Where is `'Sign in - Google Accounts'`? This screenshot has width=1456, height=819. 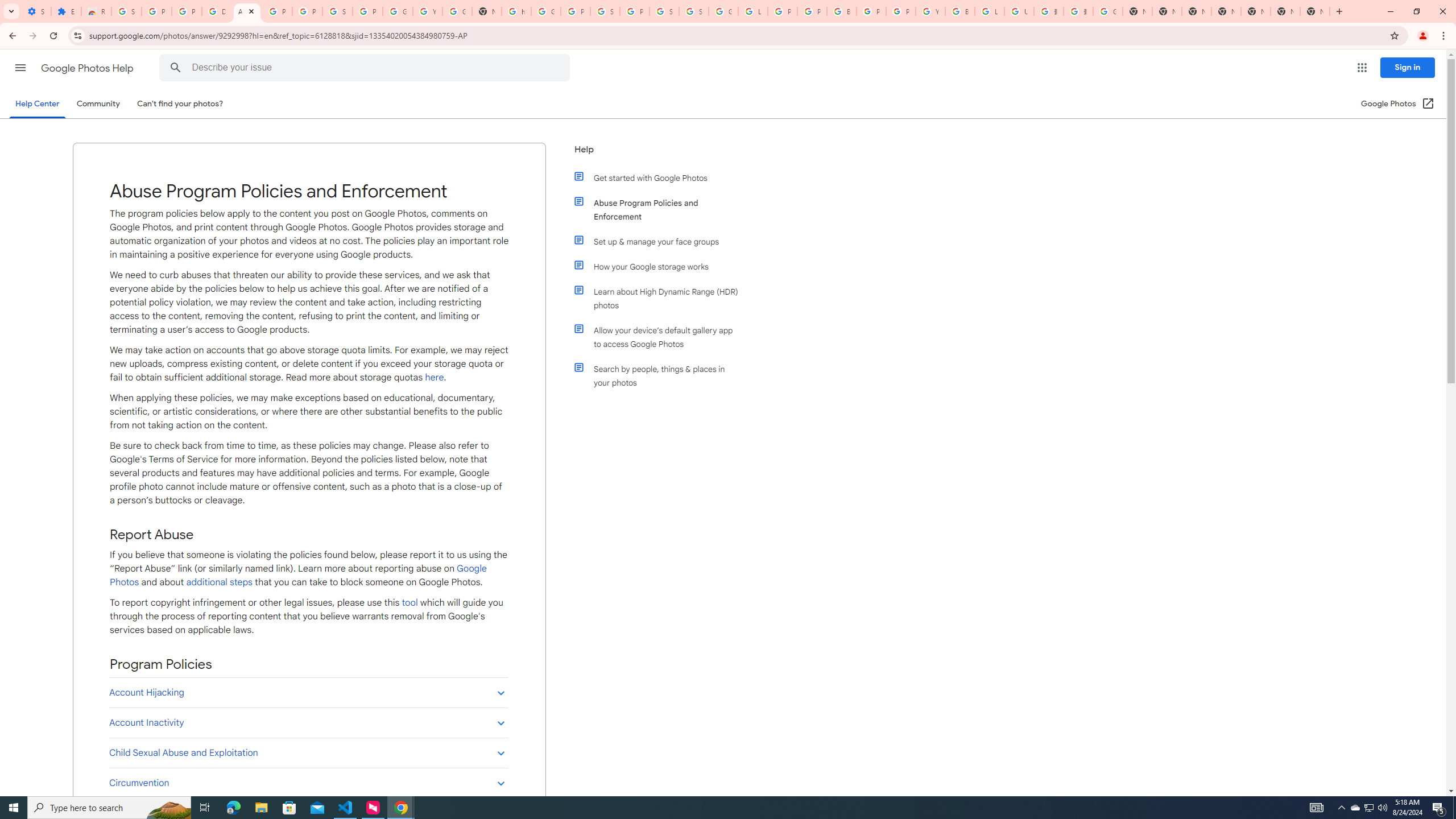
'Sign in - Google Accounts' is located at coordinates (605, 11).